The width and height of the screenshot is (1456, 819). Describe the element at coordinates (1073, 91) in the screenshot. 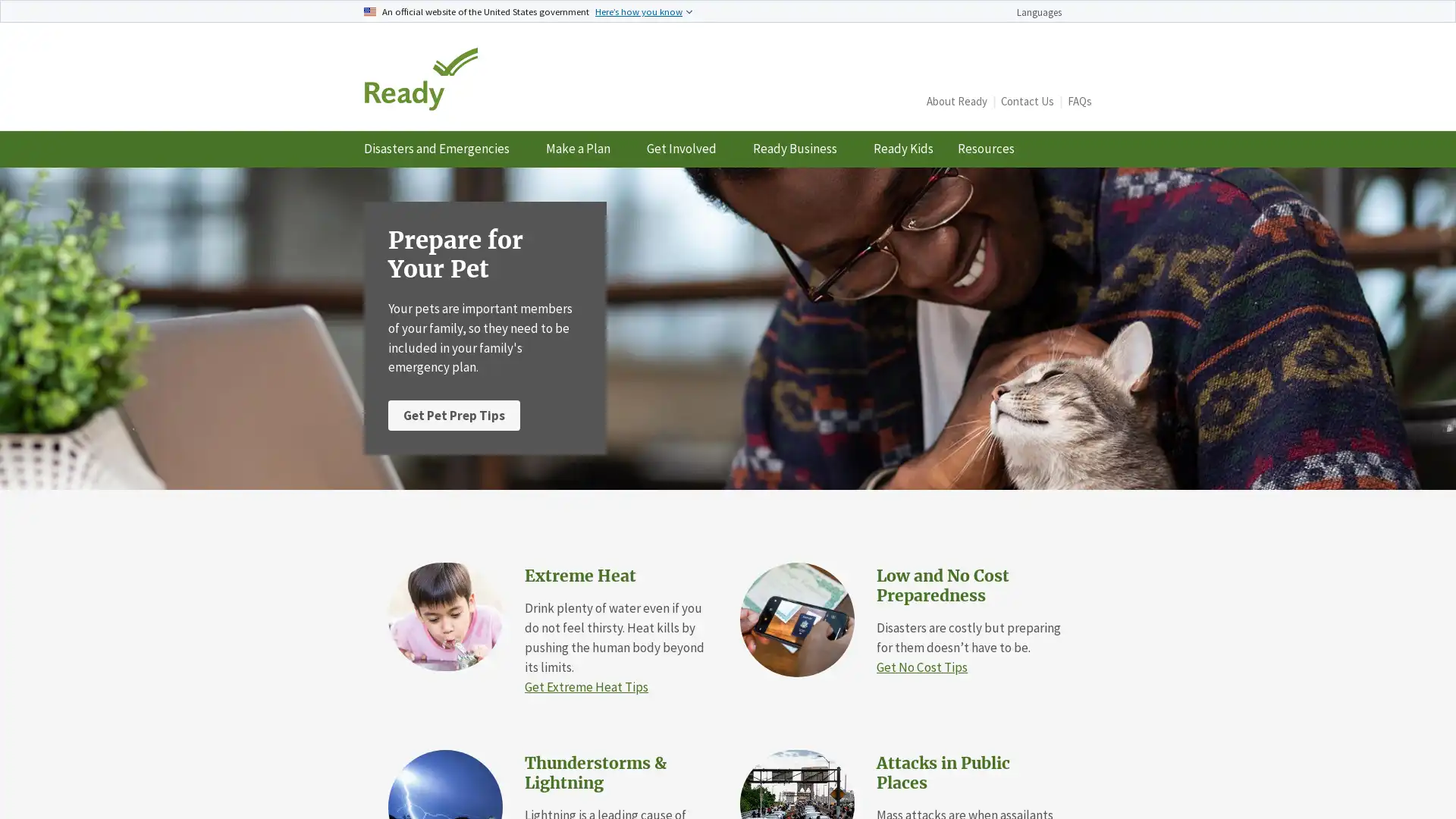

I see `Search` at that location.